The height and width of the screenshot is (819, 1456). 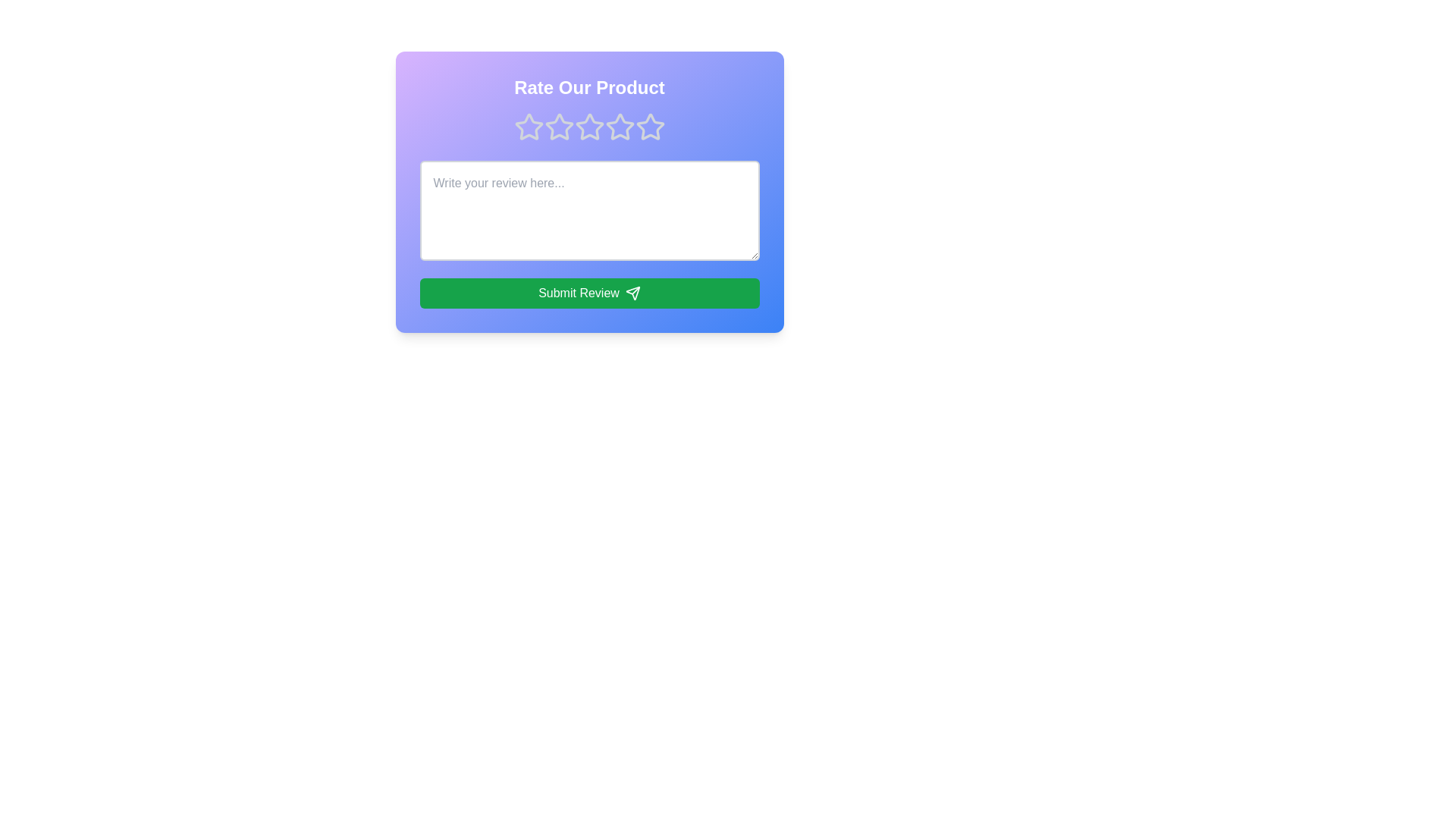 What do you see at coordinates (588, 126) in the screenshot?
I see `the second star-shaped icon with gray borders in the row of rating stars beneath the 'Rate Our Product' header` at bounding box center [588, 126].